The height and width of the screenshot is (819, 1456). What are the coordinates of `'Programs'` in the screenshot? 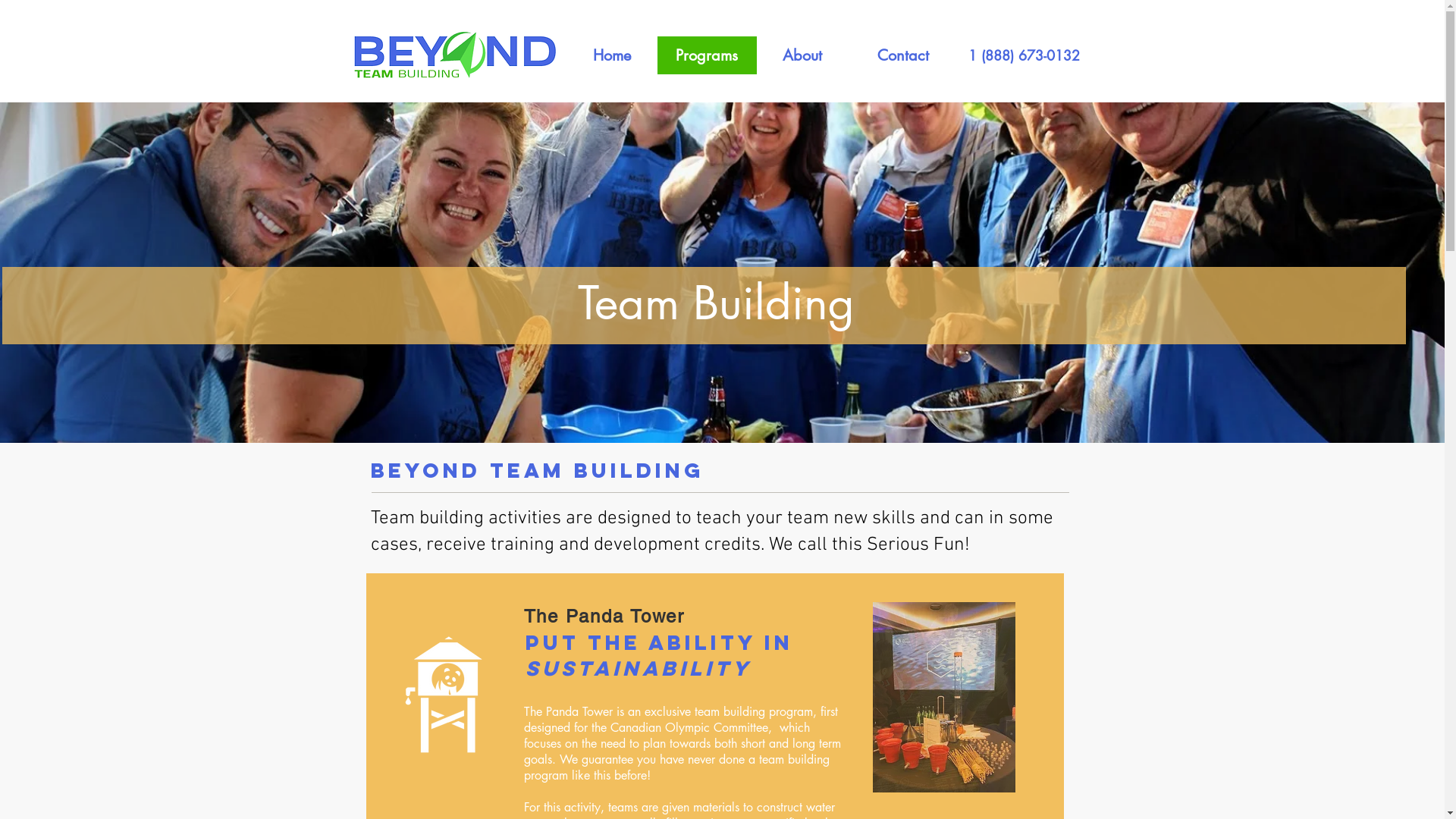 It's located at (656, 55).